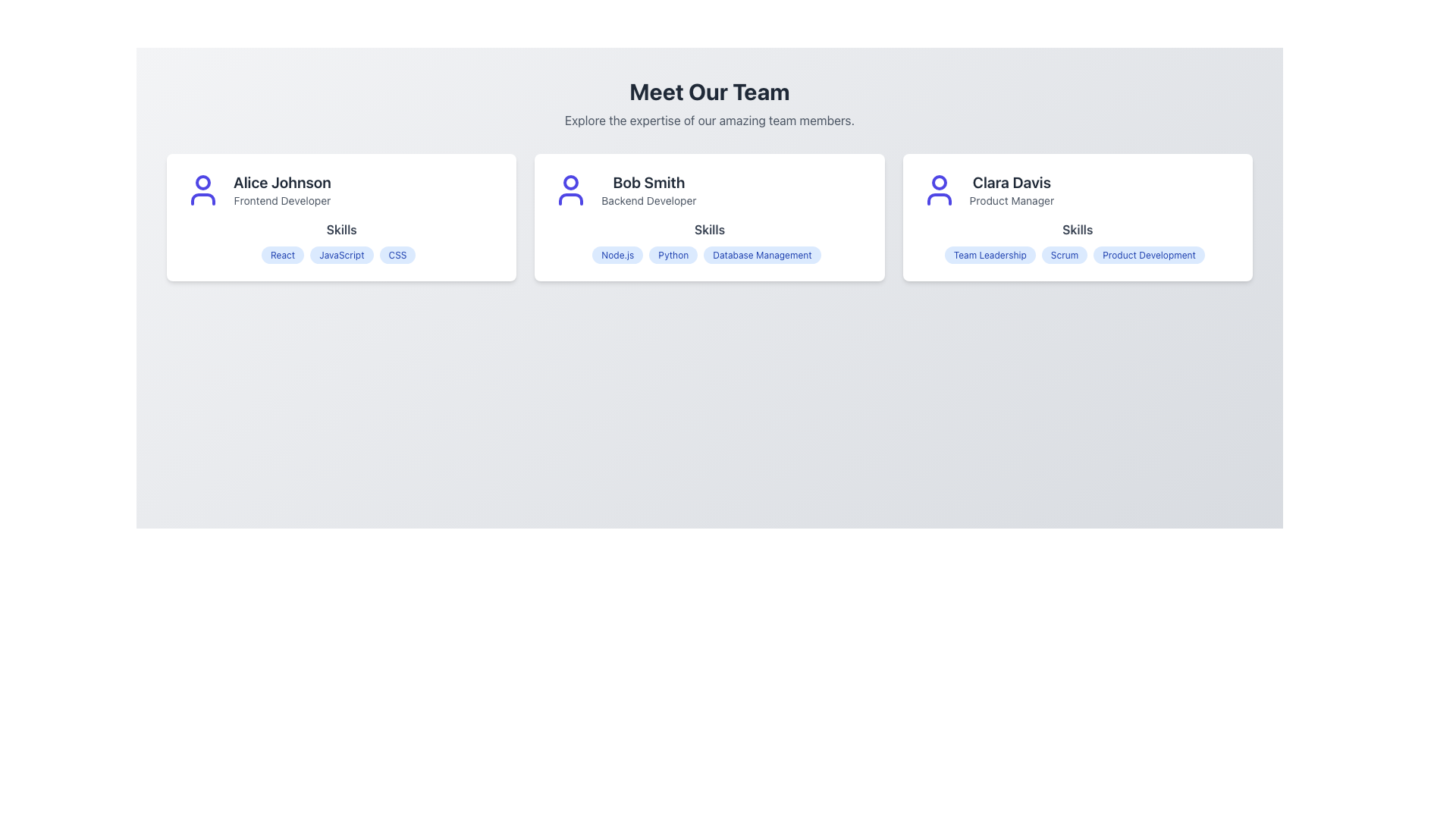 This screenshot has height=819, width=1456. What do you see at coordinates (1077, 189) in the screenshot?
I see `the profile summary block for 'Clara Davis'` at bounding box center [1077, 189].